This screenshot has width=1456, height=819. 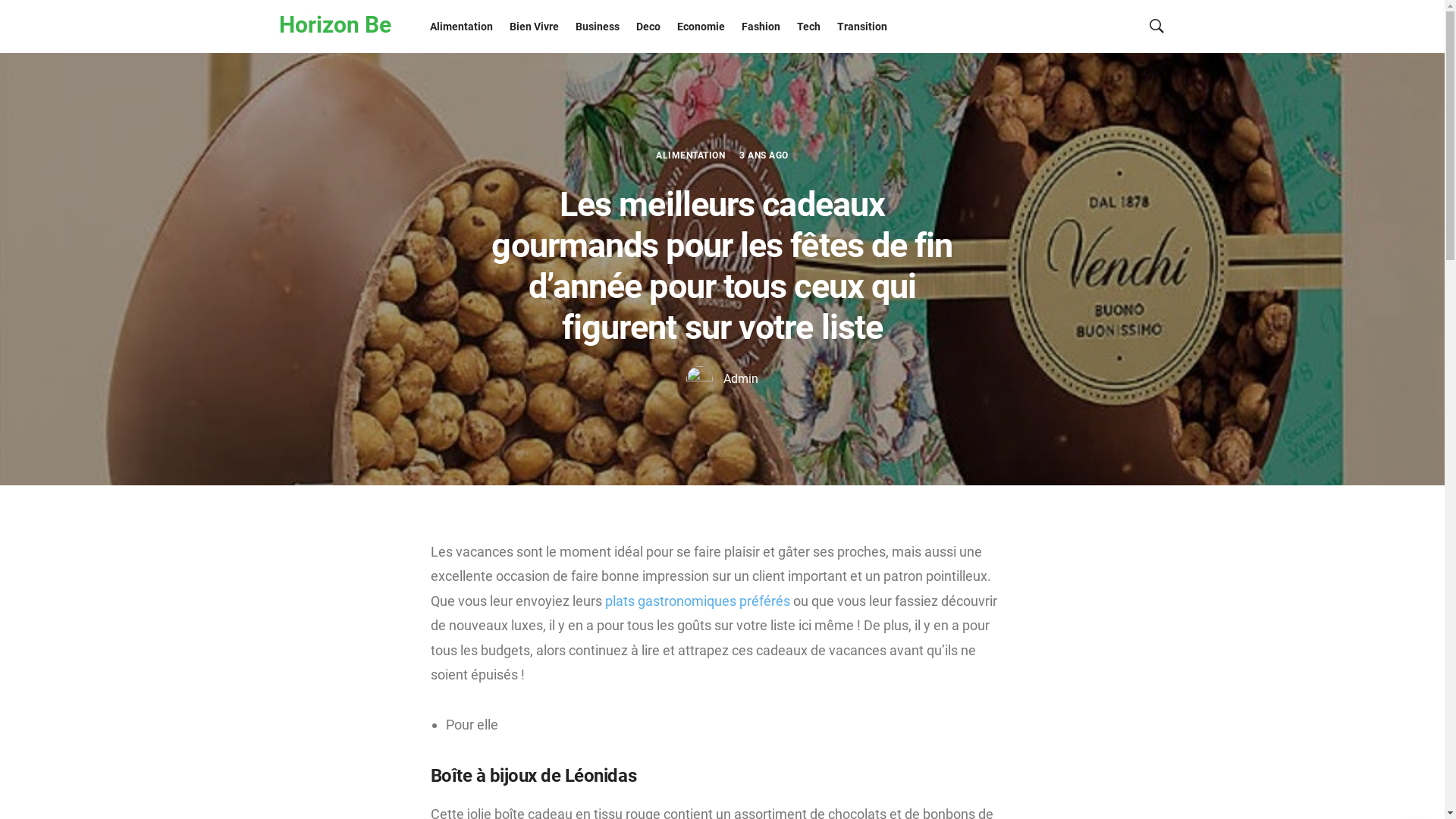 What do you see at coordinates (533, 26) in the screenshot?
I see `'Bien Vivre'` at bounding box center [533, 26].